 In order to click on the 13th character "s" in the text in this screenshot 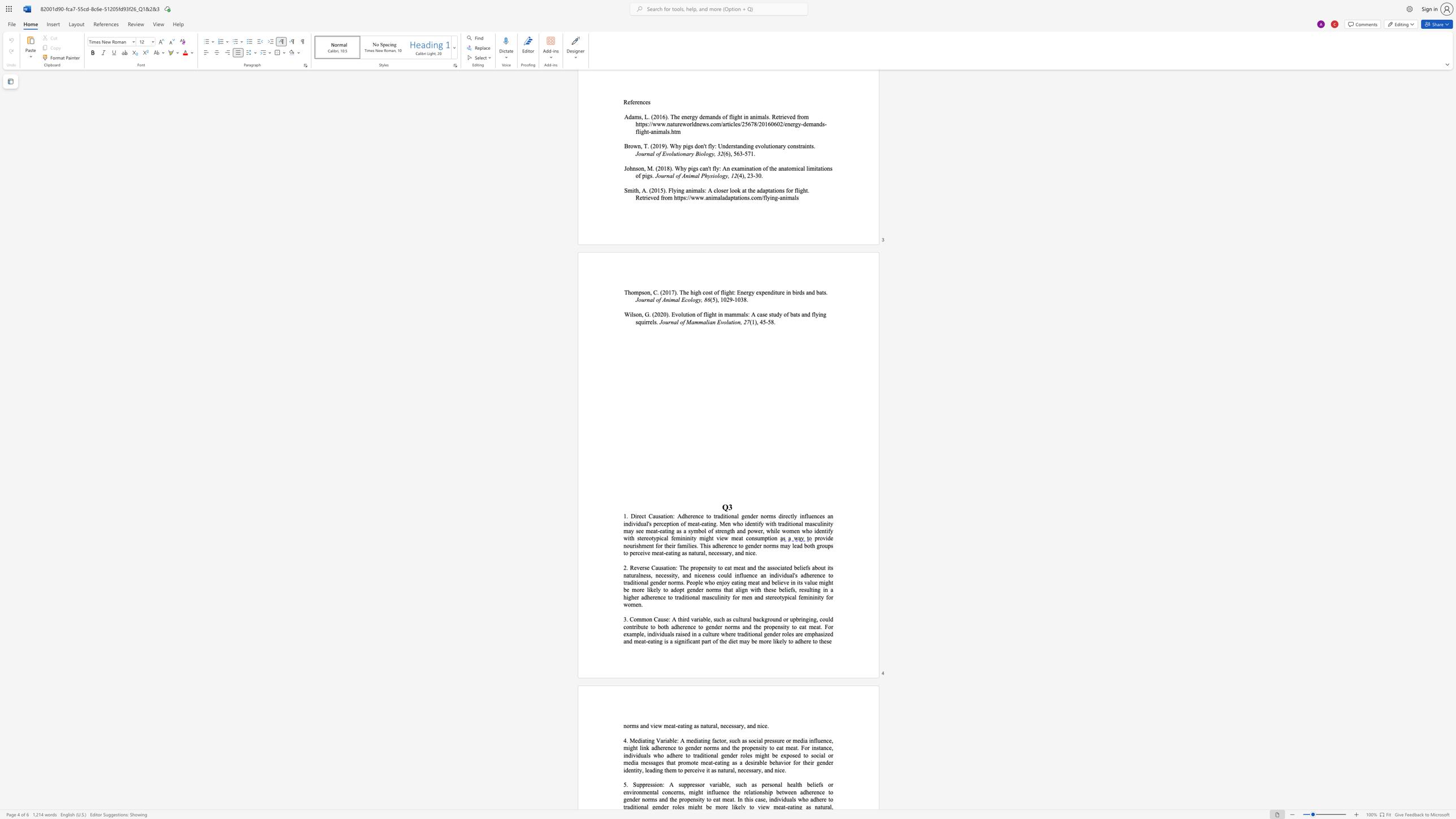, I will do `click(713, 575)`.